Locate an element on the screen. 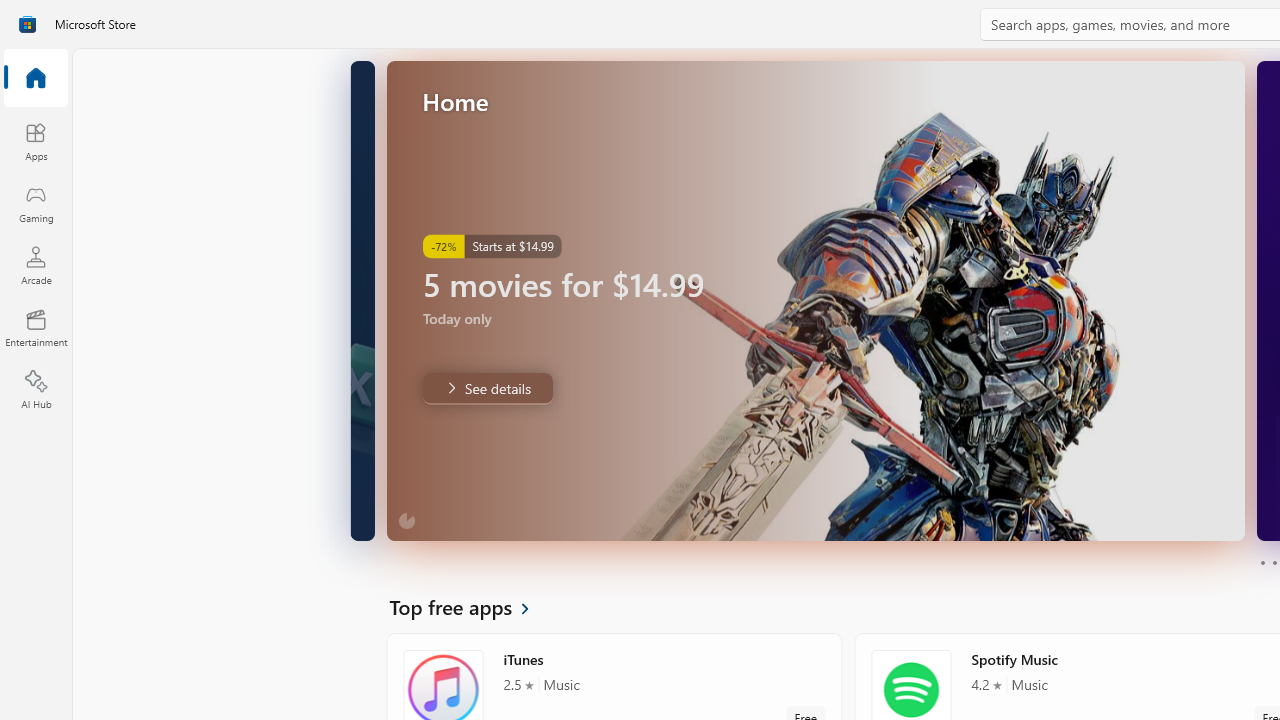 This screenshot has width=1280, height=720. 'See all  Top free apps' is located at coordinates (470, 605).